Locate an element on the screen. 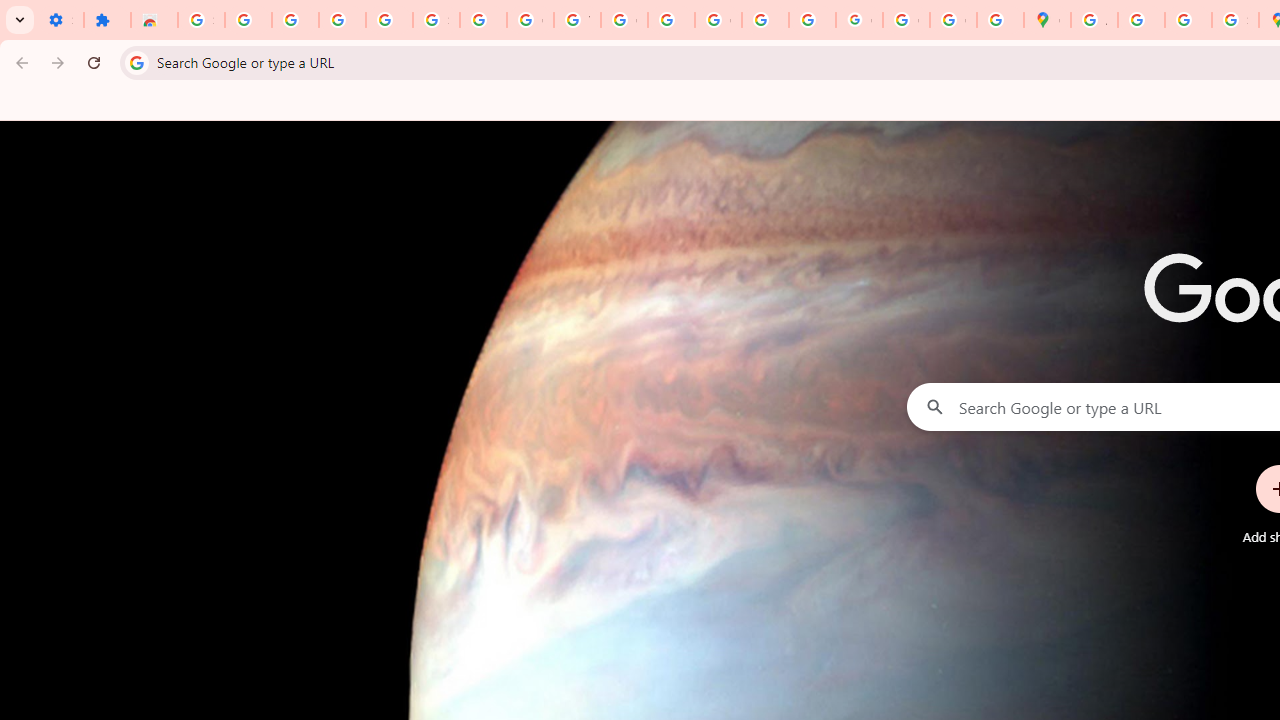 The image size is (1280, 720). 'Reviews: Helix Fruit Jump Arcade Game' is located at coordinates (153, 20).